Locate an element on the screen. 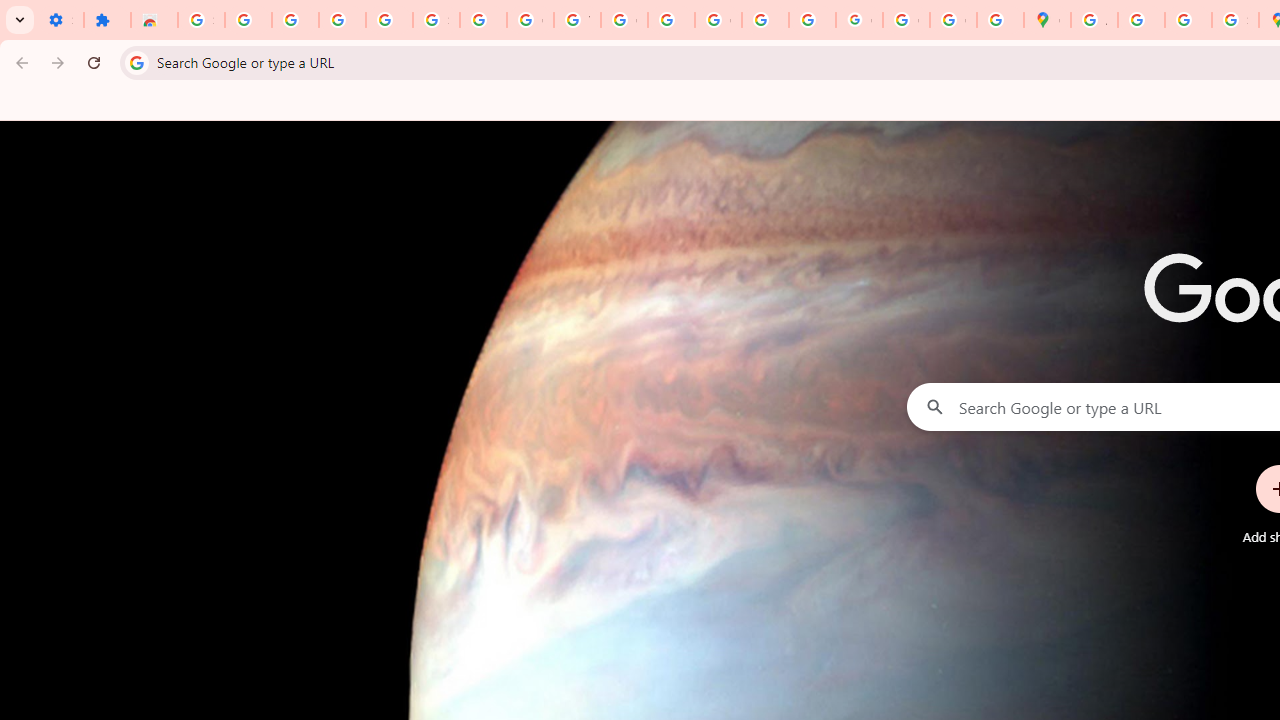 The image size is (1280, 720). 'Reviews: Helix Fruit Jump Arcade Game' is located at coordinates (153, 20).